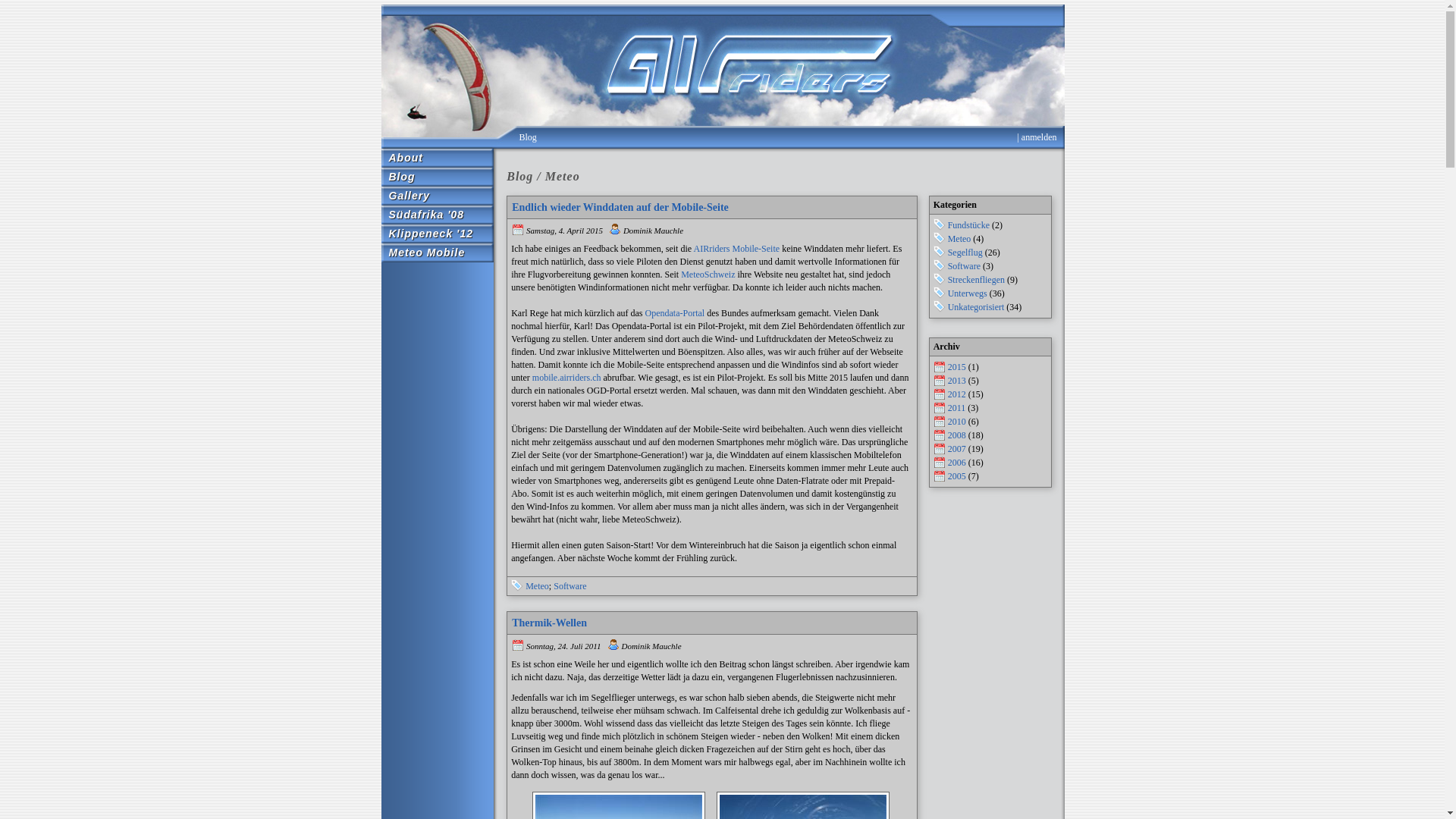 This screenshot has width=1456, height=819. What do you see at coordinates (436, 156) in the screenshot?
I see `'About'` at bounding box center [436, 156].